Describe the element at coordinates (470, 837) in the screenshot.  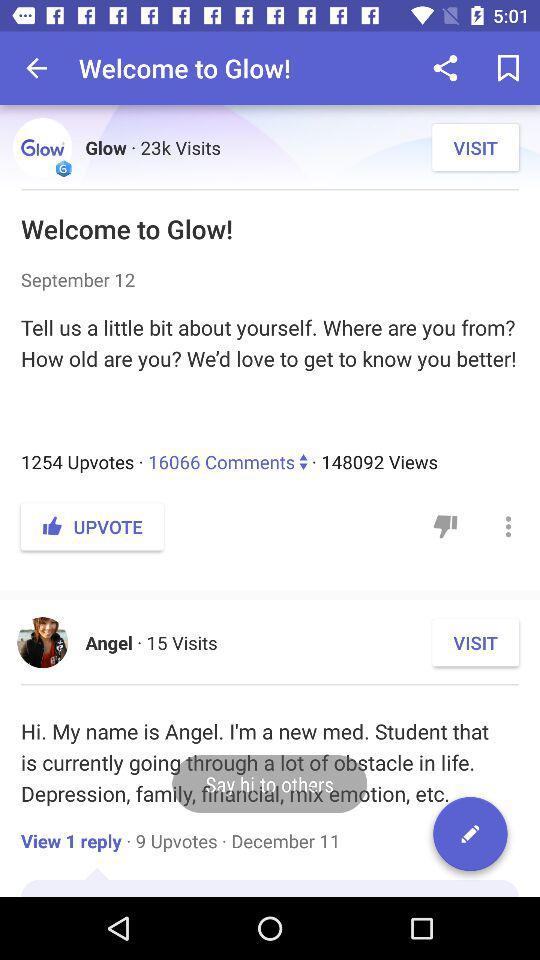
I see `the edit icon` at that location.